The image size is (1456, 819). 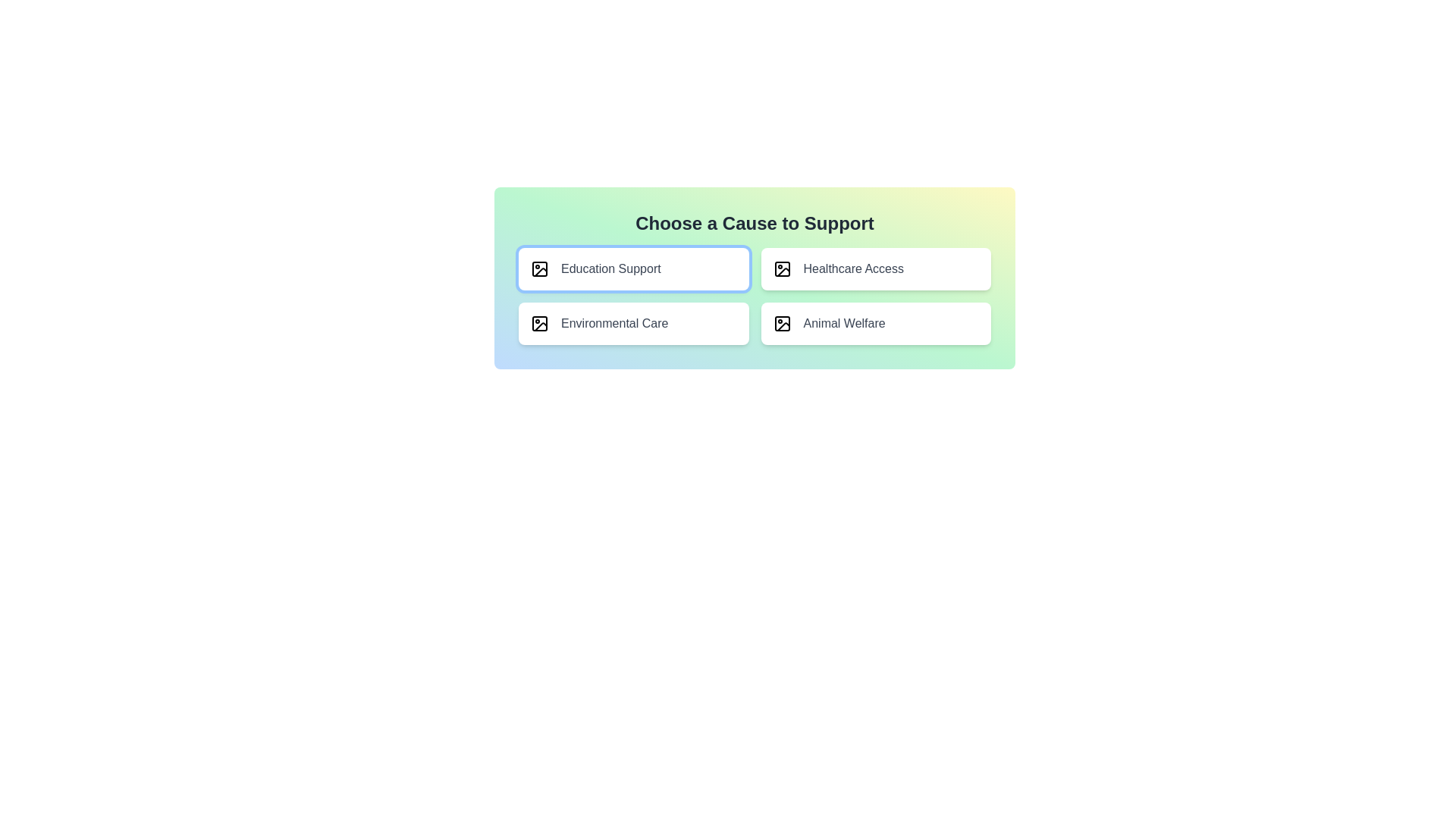 I want to click on the text label 'Healthcare Access' located in the second column of the first row, which clarifies its purpose related to healthcare options, so click(x=853, y=268).